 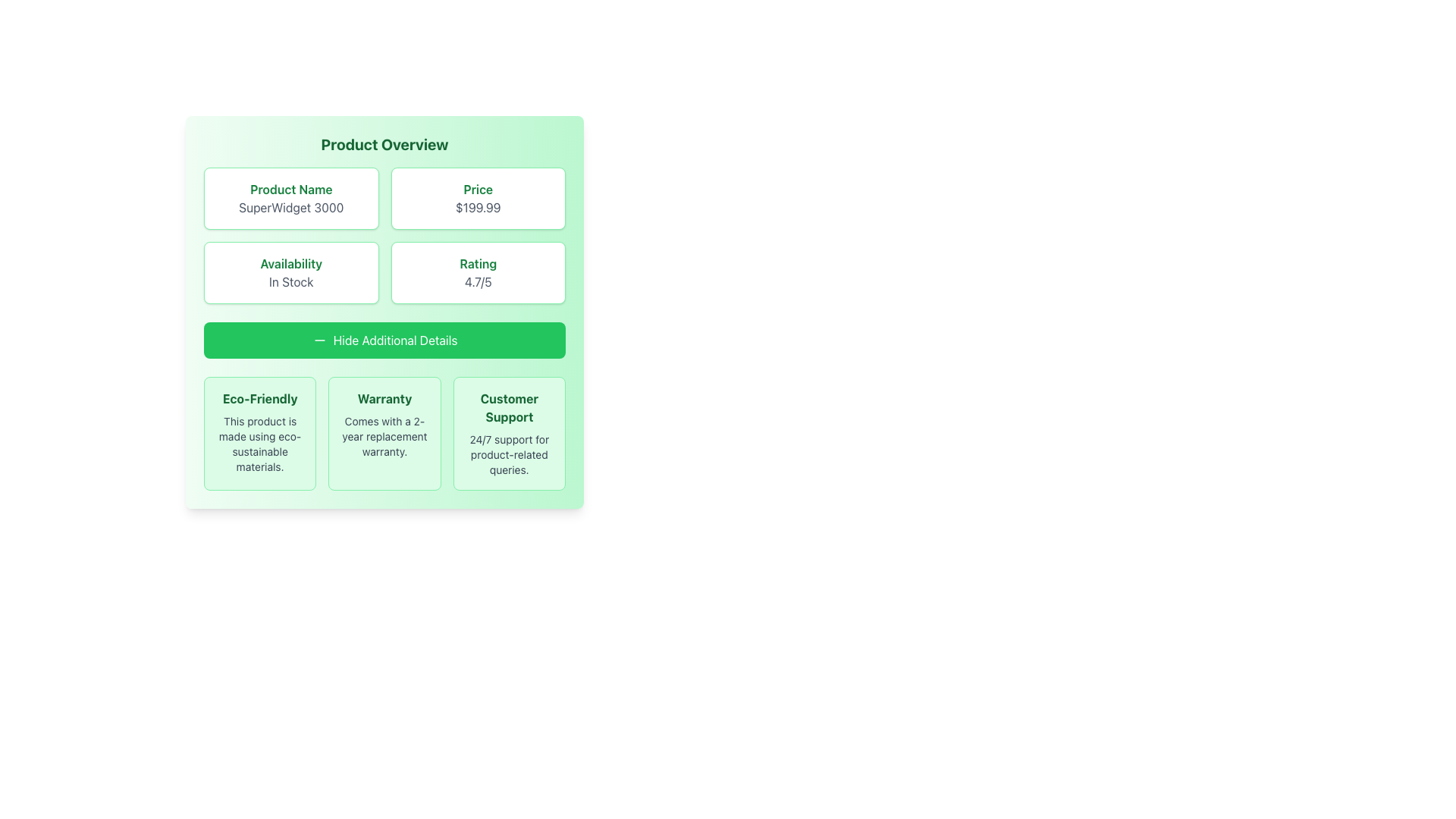 I want to click on the text block in the bottom-right corner of the 'Product Overview' section that provides information about customer support services, emphasizing 24/7 availability for product-related queries, so click(x=509, y=433).